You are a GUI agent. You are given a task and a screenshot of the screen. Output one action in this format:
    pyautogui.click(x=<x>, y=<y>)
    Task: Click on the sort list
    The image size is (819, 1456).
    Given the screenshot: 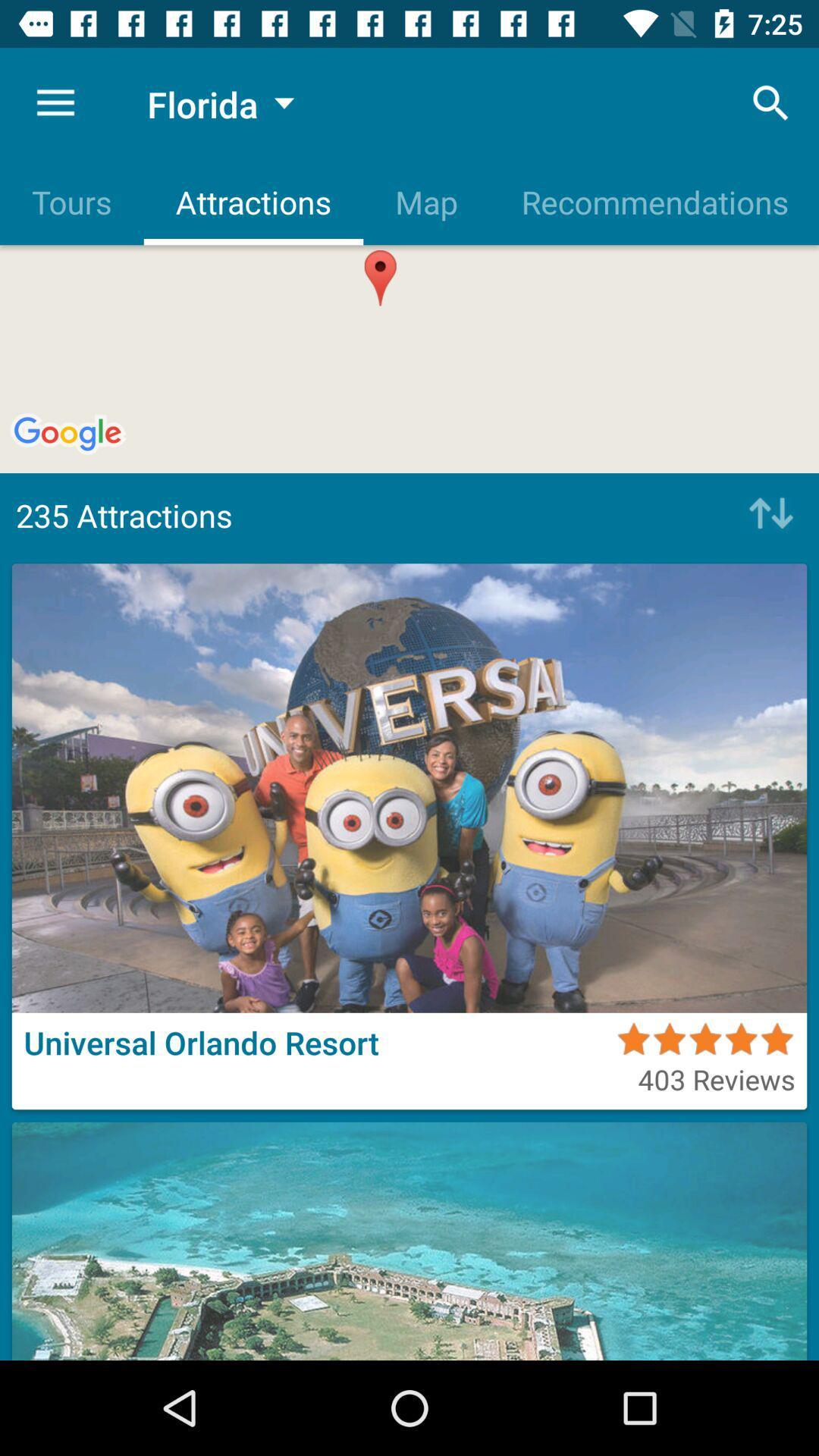 What is the action you would take?
    pyautogui.click(x=767, y=515)
    